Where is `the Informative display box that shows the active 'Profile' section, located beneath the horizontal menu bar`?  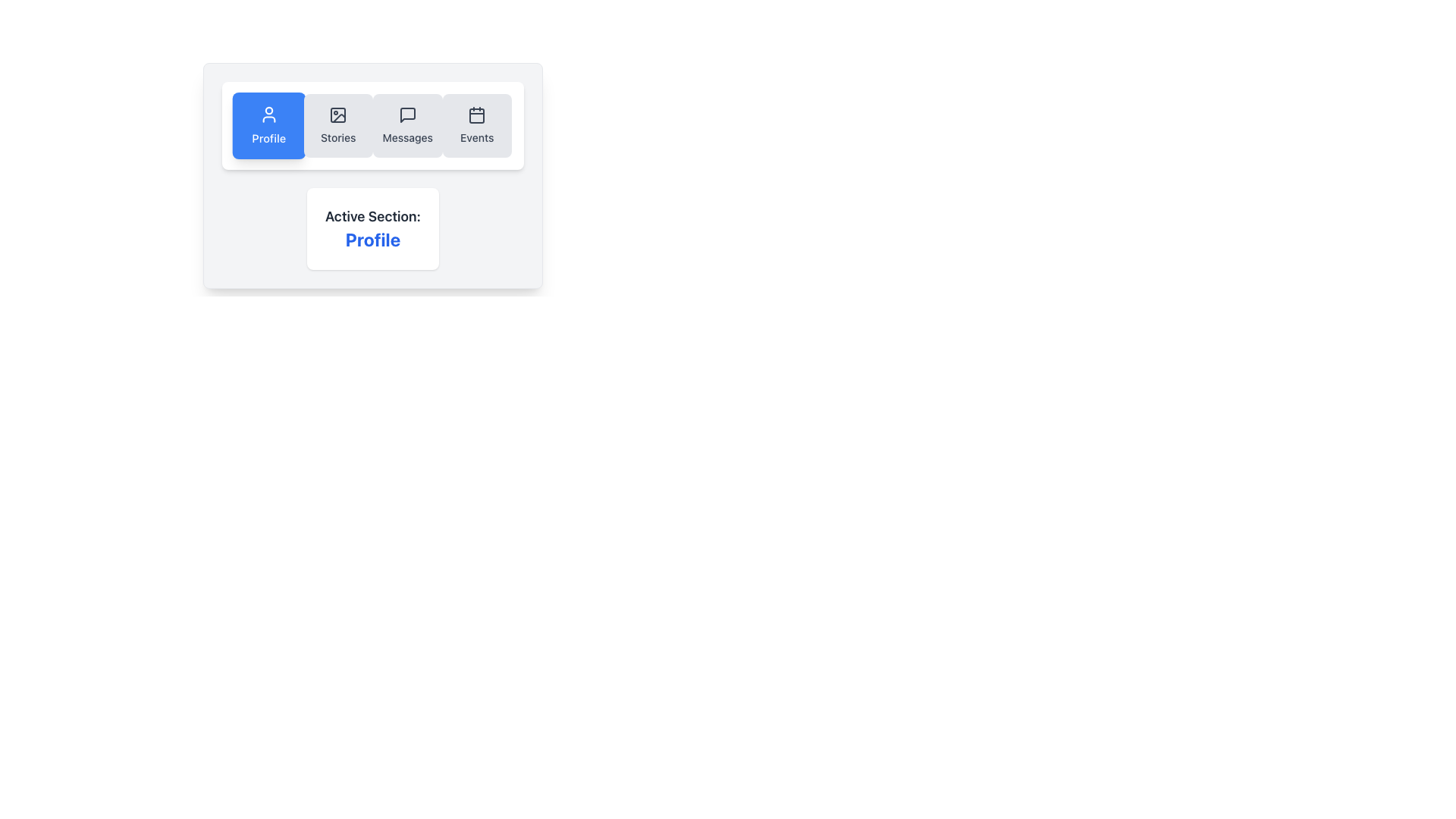
the Informative display box that shows the active 'Profile' section, located beneath the horizontal menu bar is located at coordinates (372, 228).